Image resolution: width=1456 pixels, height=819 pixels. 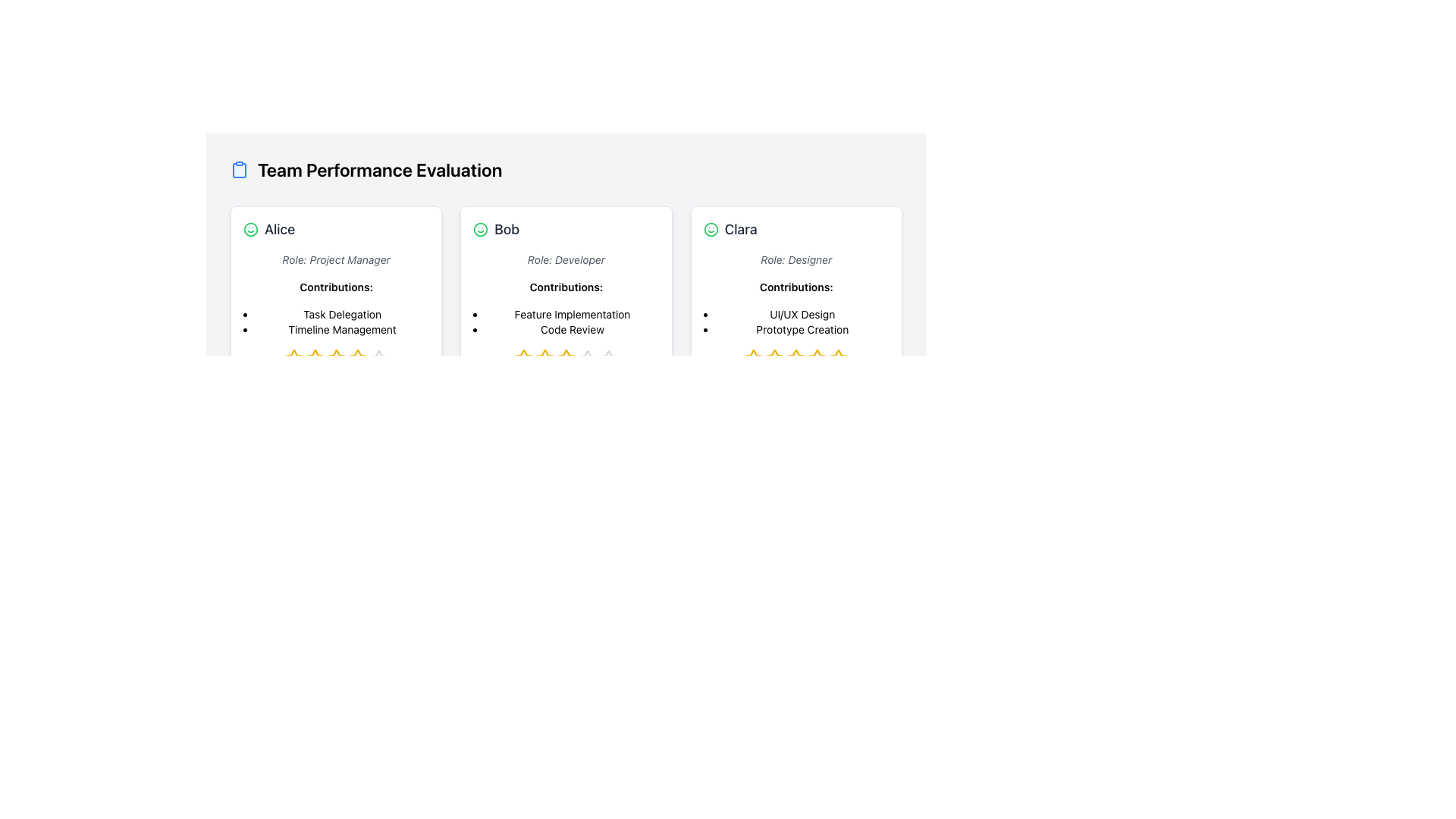 What do you see at coordinates (314, 358) in the screenshot?
I see `the second star from the left in the rating star component associated with the 'Alice' user card` at bounding box center [314, 358].